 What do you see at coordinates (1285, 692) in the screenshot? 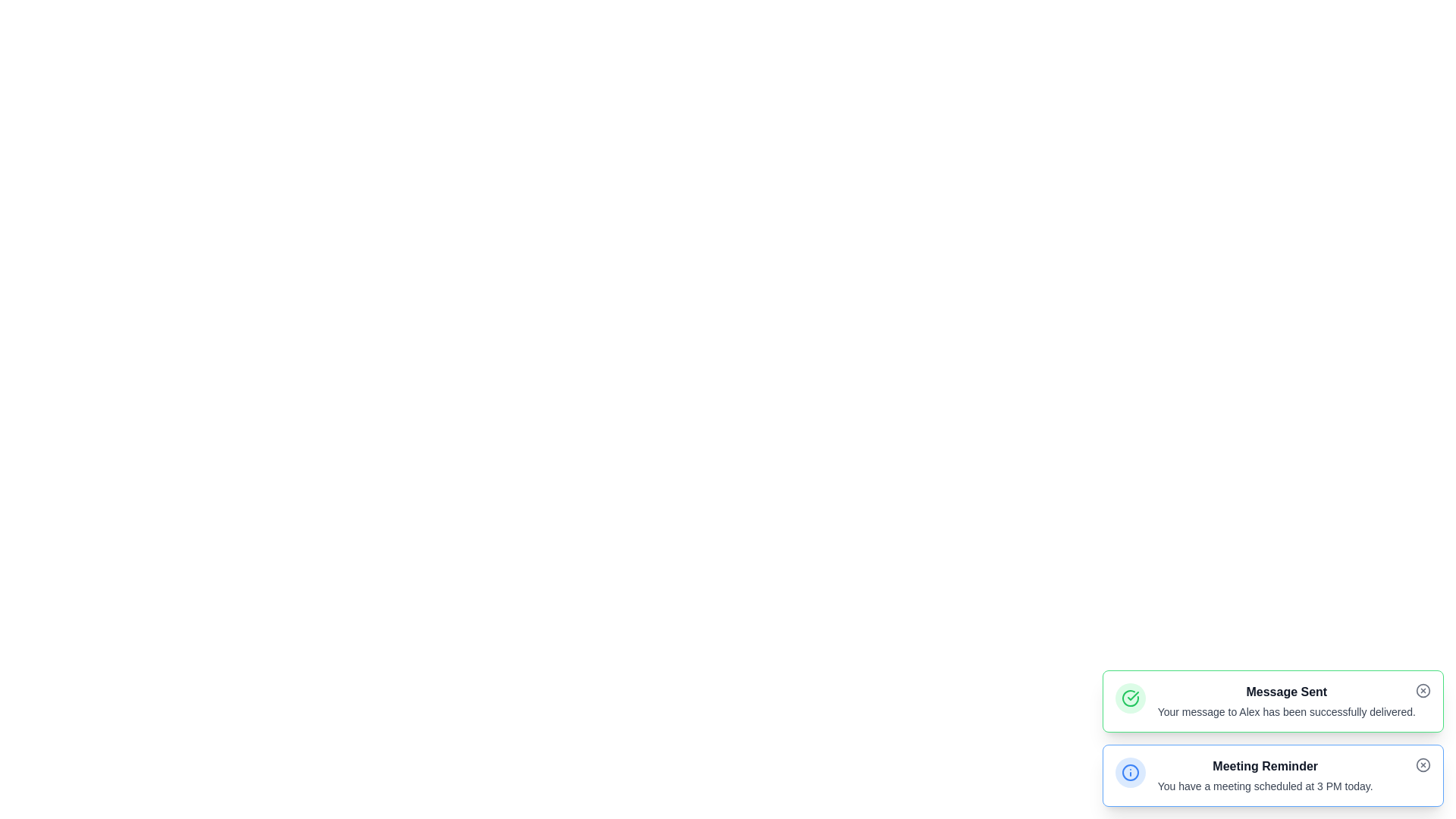
I see `the notification titled 'Message Sent'` at bounding box center [1285, 692].